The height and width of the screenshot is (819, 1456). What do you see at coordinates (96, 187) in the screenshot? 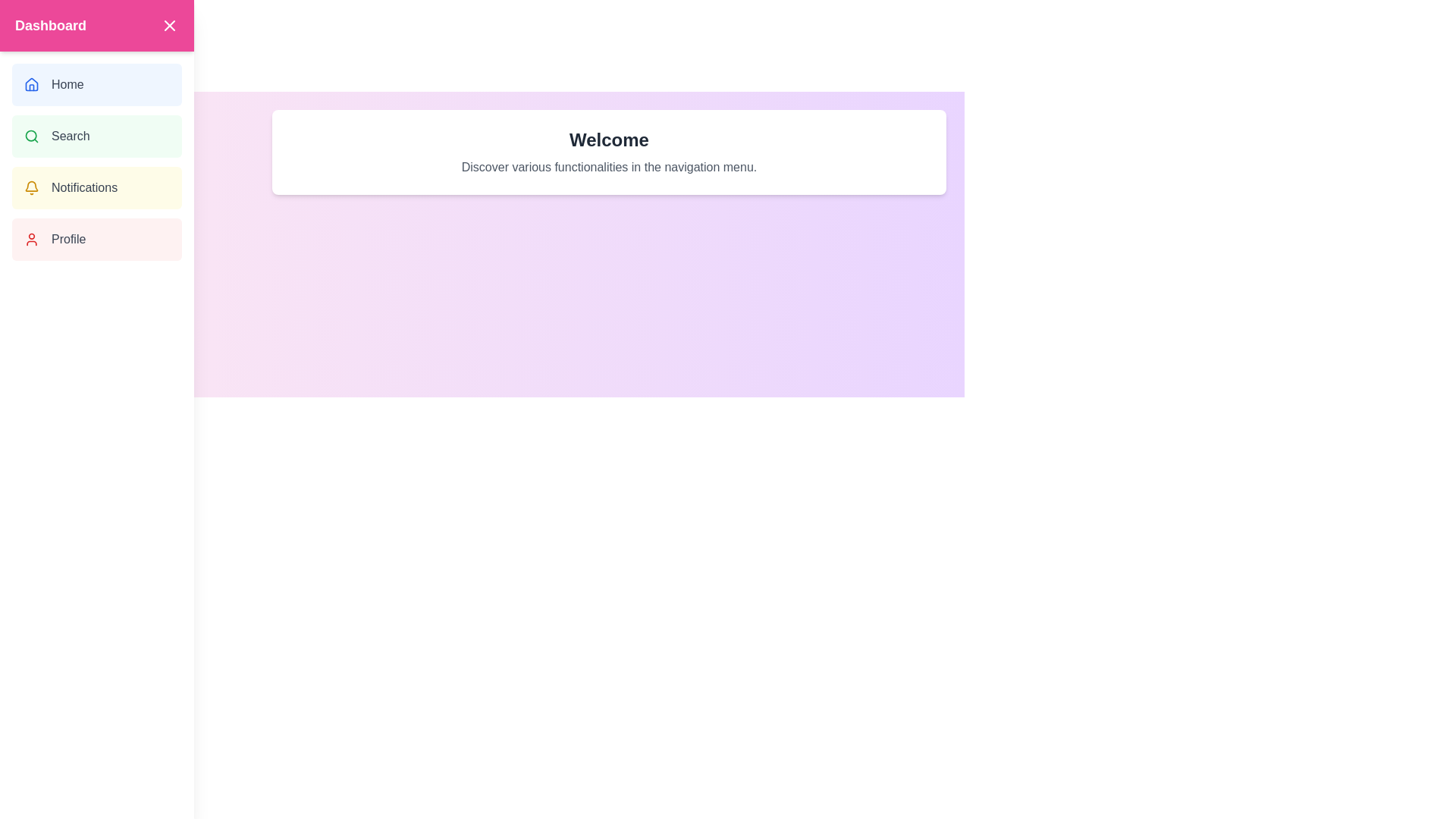
I see `the third button in the vertical navigation menu located in the left sidebar` at bounding box center [96, 187].